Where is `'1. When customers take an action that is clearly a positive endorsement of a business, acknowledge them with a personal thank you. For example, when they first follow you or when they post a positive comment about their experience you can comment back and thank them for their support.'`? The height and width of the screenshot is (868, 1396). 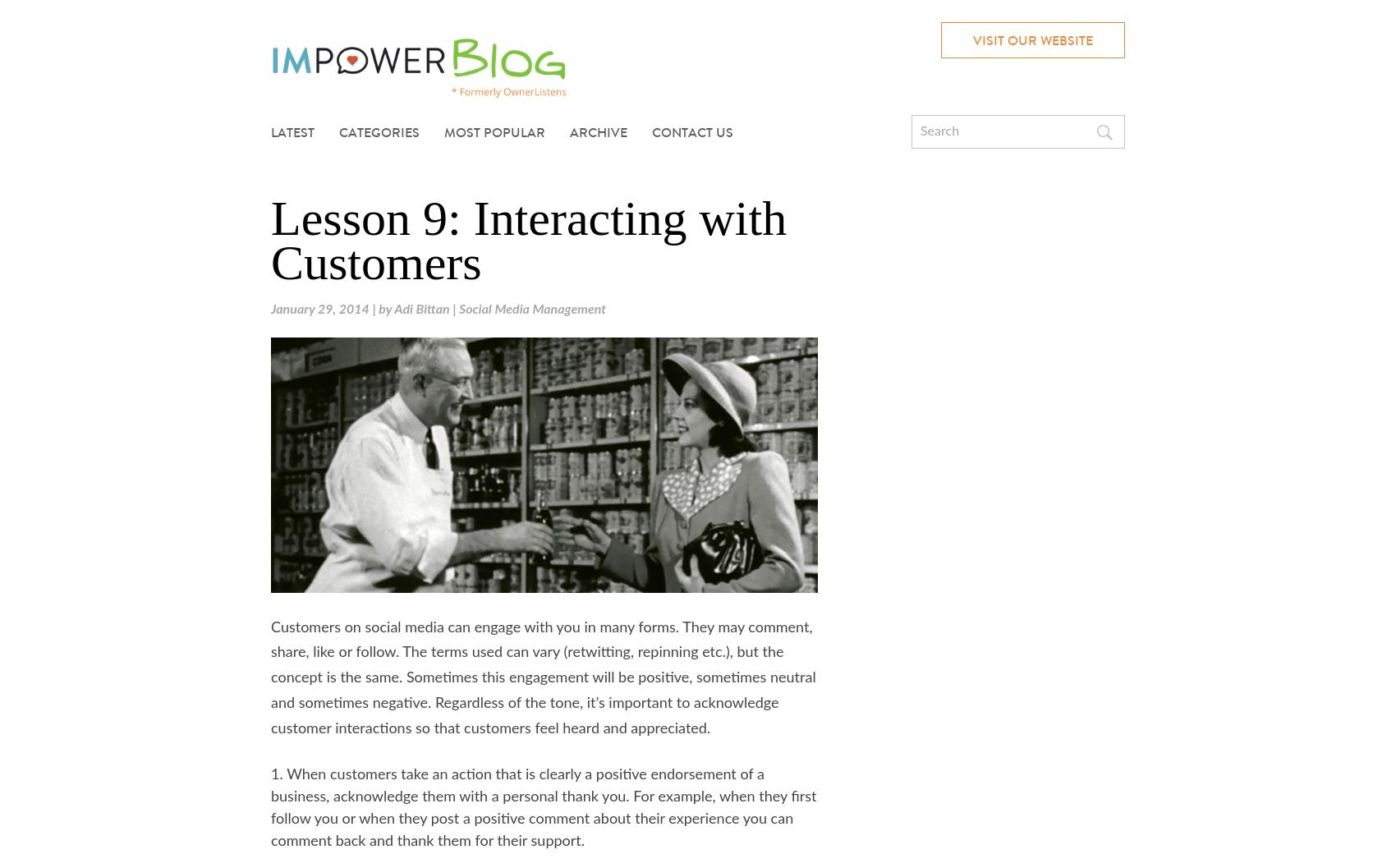
'1. When customers take an action that is clearly a positive endorsement of a business, acknowledge them with a personal thank you. For example, when they first follow you or when they post a positive comment about their experience you can comment back and thank them for their support.' is located at coordinates (543, 806).